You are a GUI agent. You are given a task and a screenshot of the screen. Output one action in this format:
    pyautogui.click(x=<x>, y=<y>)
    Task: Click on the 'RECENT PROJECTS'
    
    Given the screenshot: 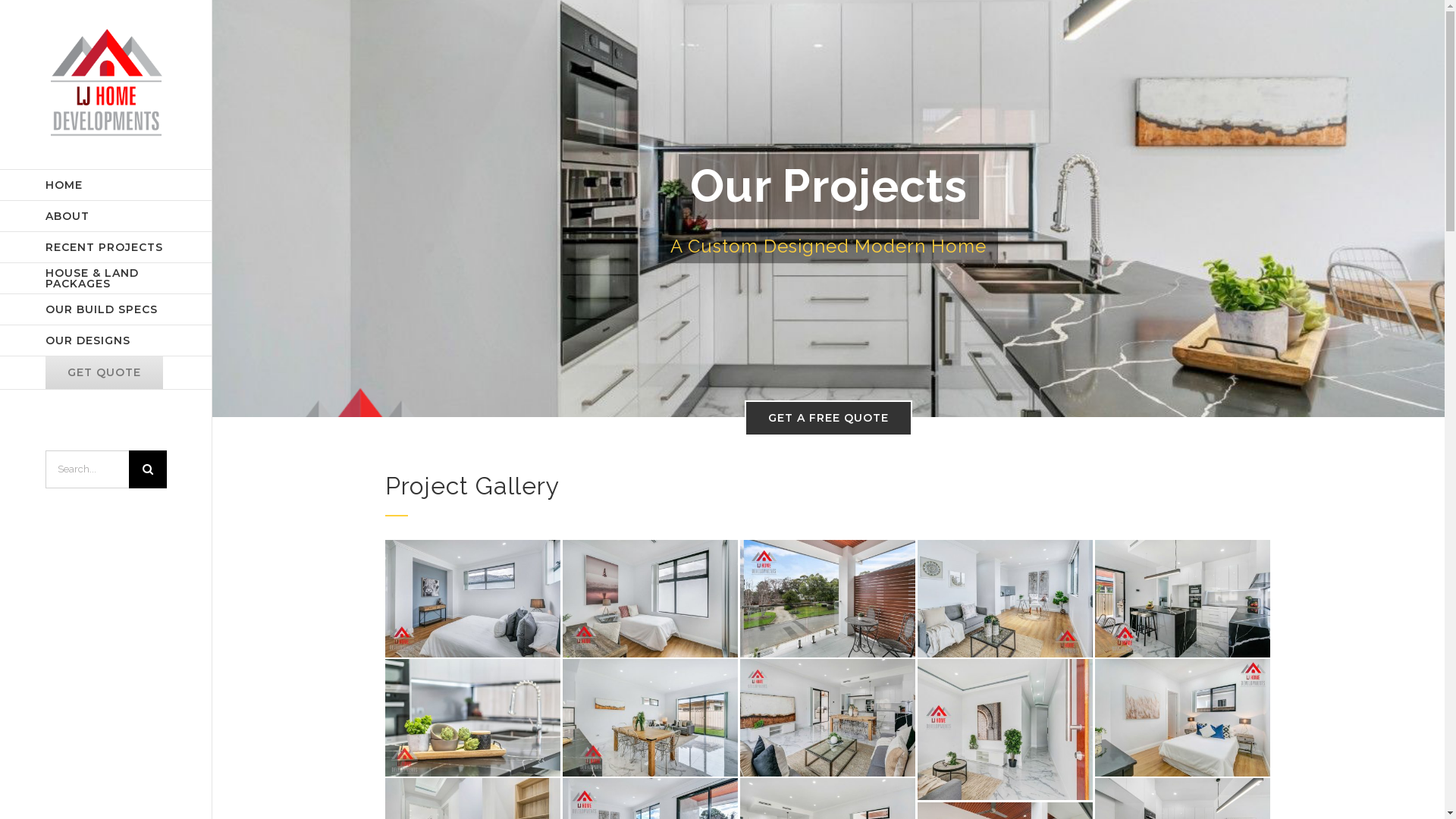 What is the action you would take?
    pyautogui.click(x=105, y=246)
    